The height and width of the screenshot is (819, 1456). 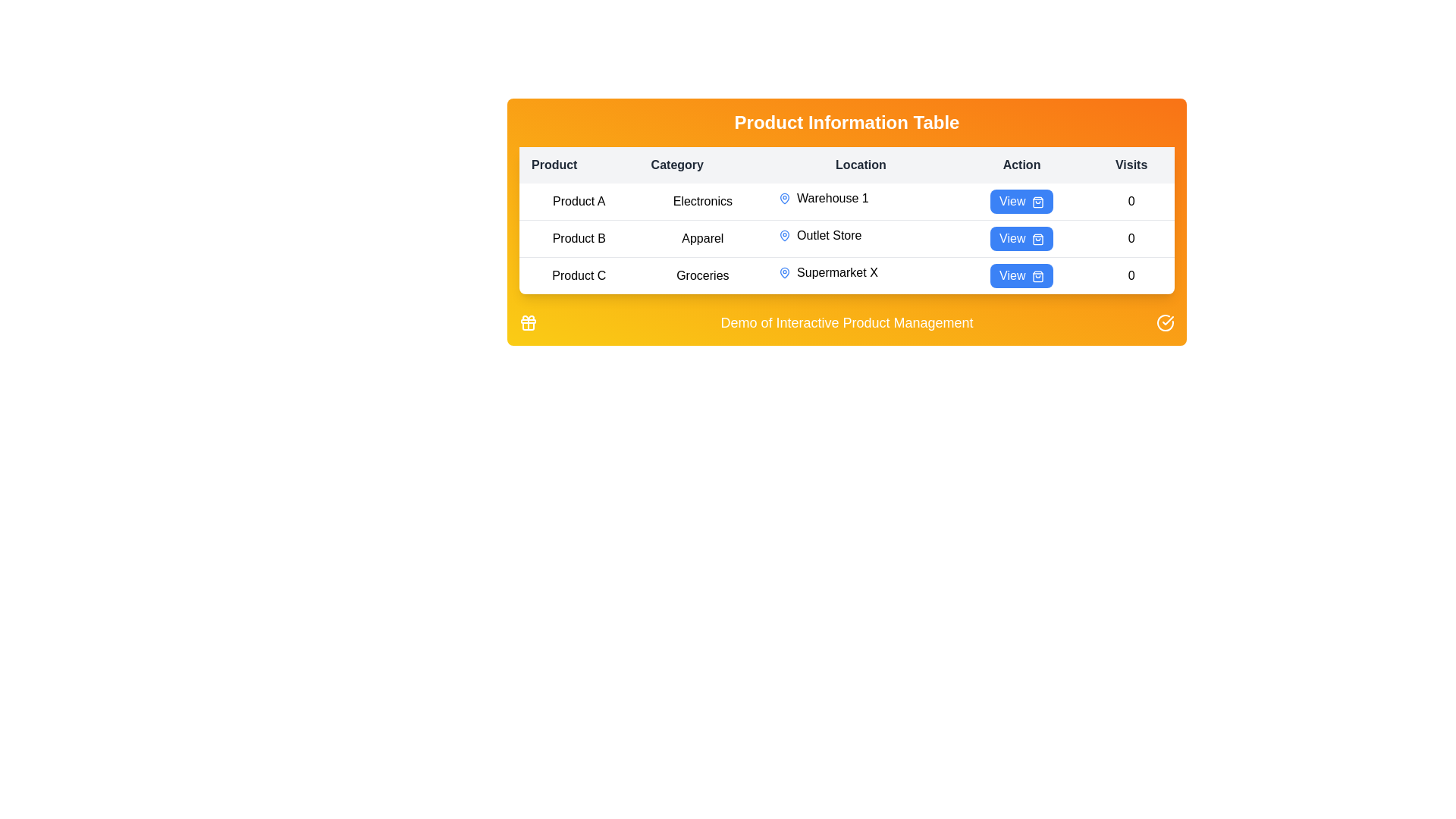 What do you see at coordinates (1037, 201) in the screenshot?
I see `the shopping-related icon inside the blue 'View' button located in the 'Action' column of the table` at bounding box center [1037, 201].